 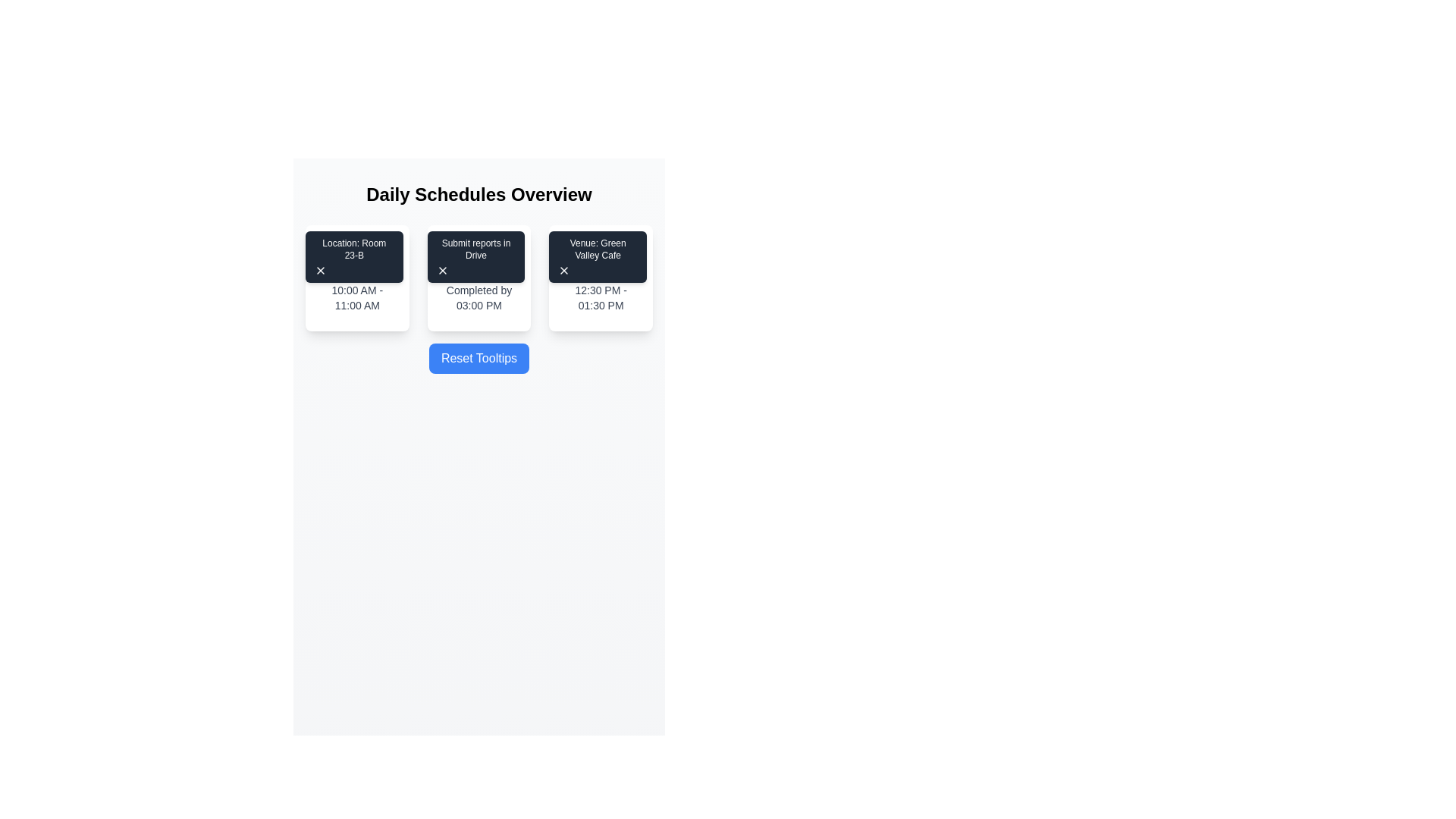 What do you see at coordinates (475, 256) in the screenshot?
I see `the informational card displaying the message 'Submit reports in Drive'` at bounding box center [475, 256].